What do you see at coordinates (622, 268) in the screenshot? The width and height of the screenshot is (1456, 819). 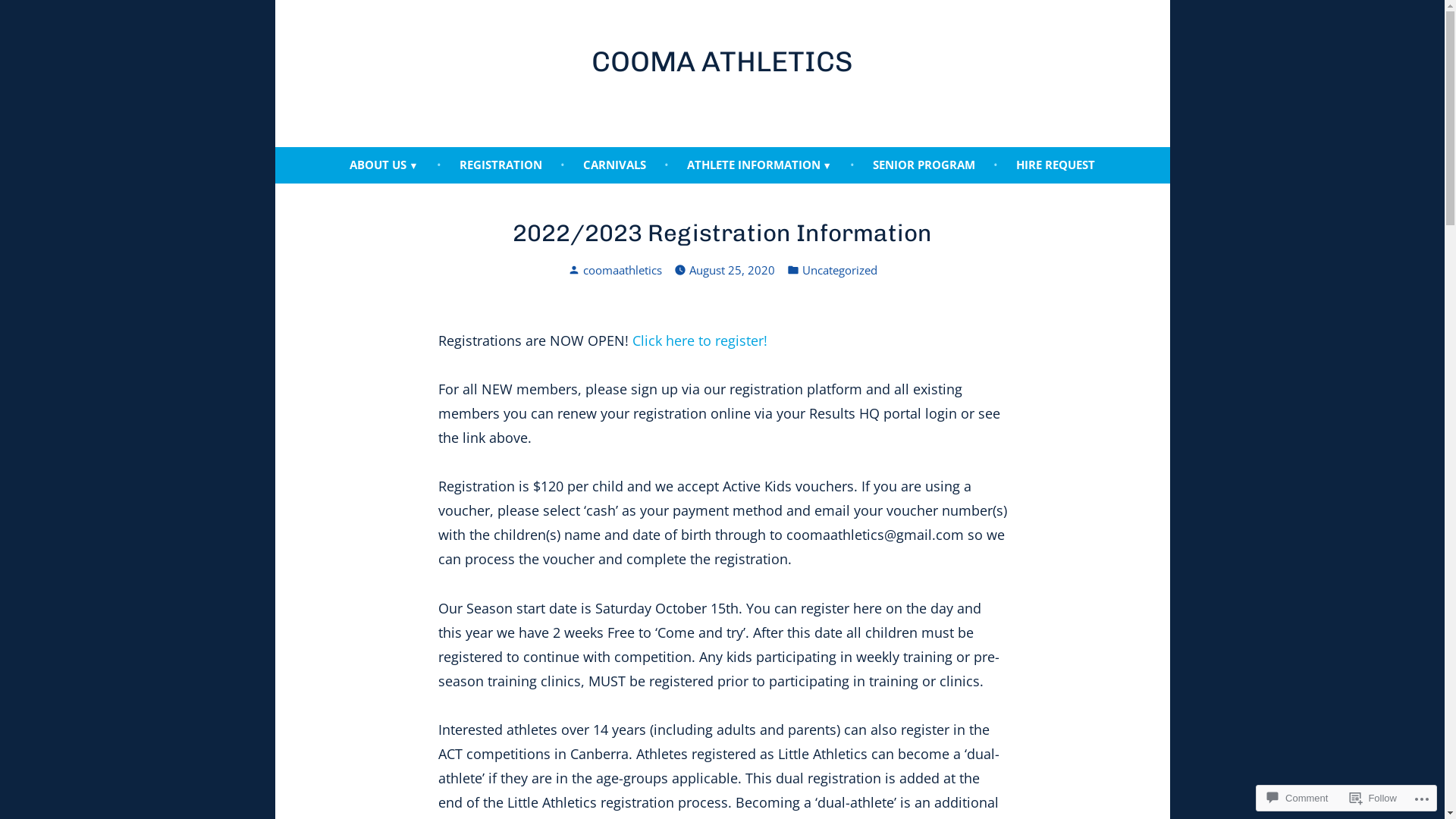 I see `'coomaathletics'` at bounding box center [622, 268].